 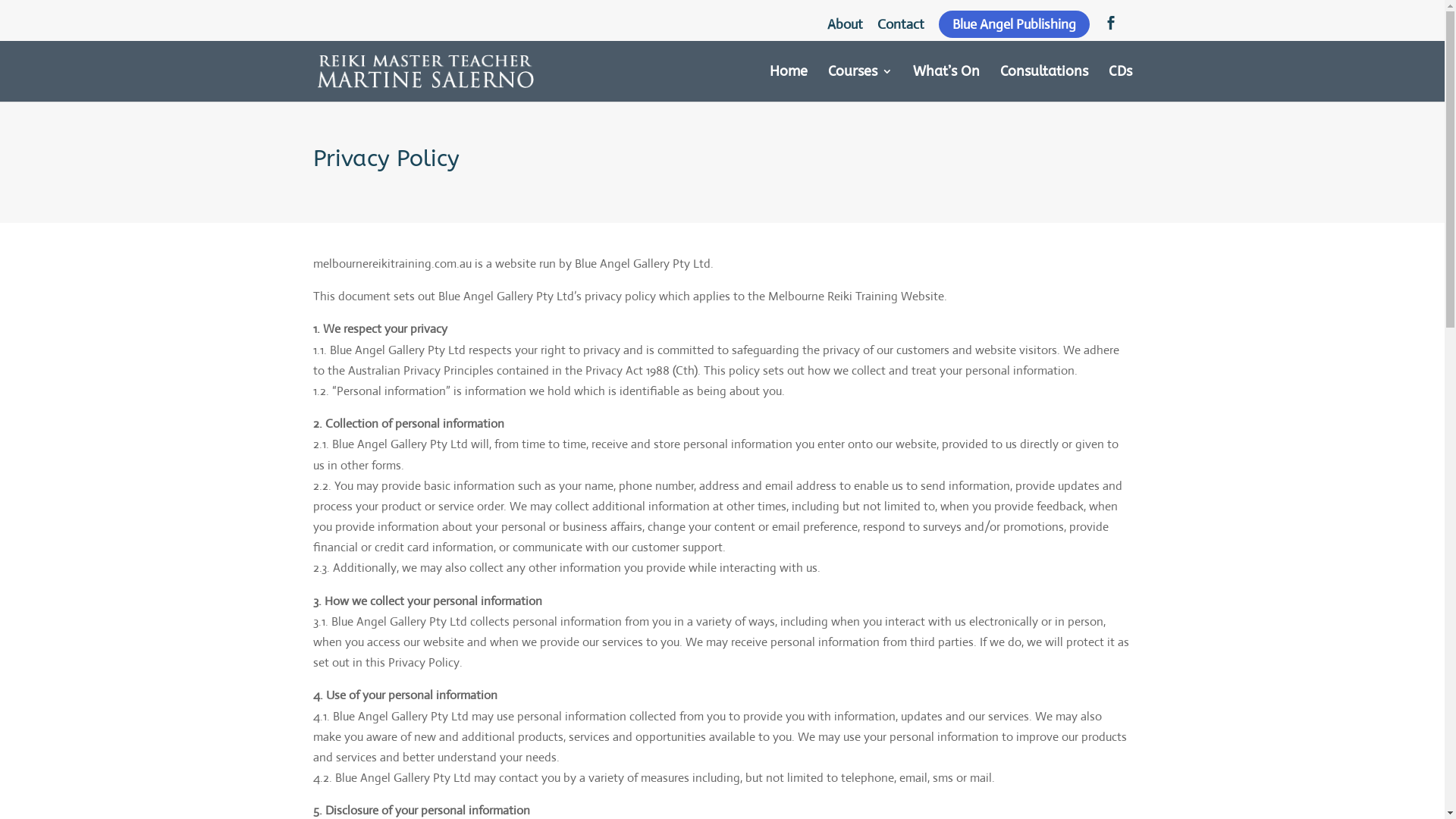 What do you see at coordinates (860, 83) in the screenshot?
I see `'Courses'` at bounding box center [860, 83].